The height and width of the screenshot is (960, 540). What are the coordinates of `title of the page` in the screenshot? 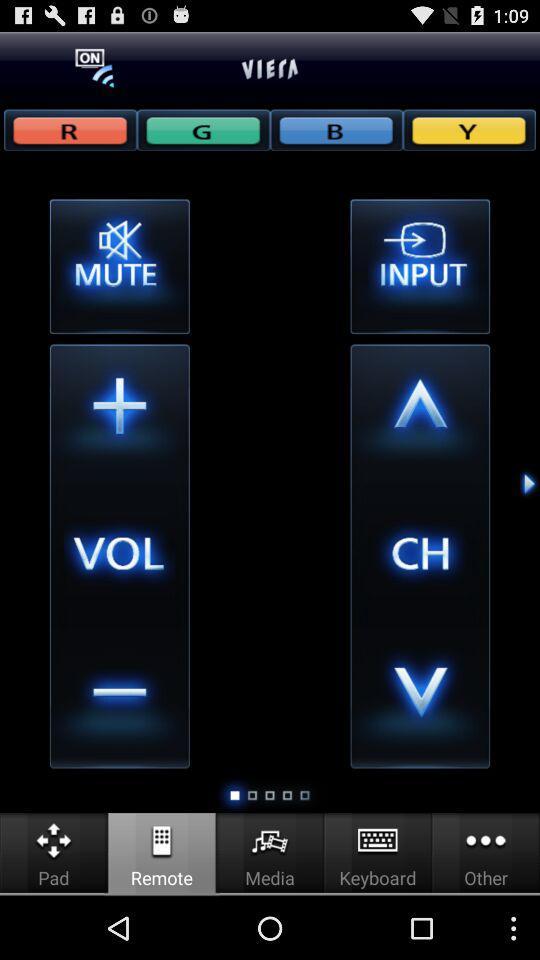 It's located at (270, 68).